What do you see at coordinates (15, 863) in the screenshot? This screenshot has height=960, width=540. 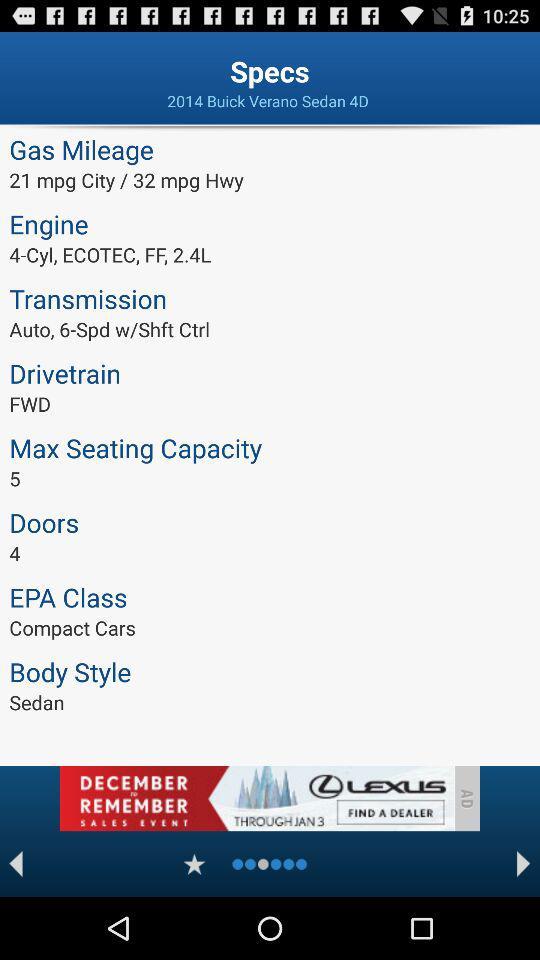 I see `previous` at bounding box center [15, 863].